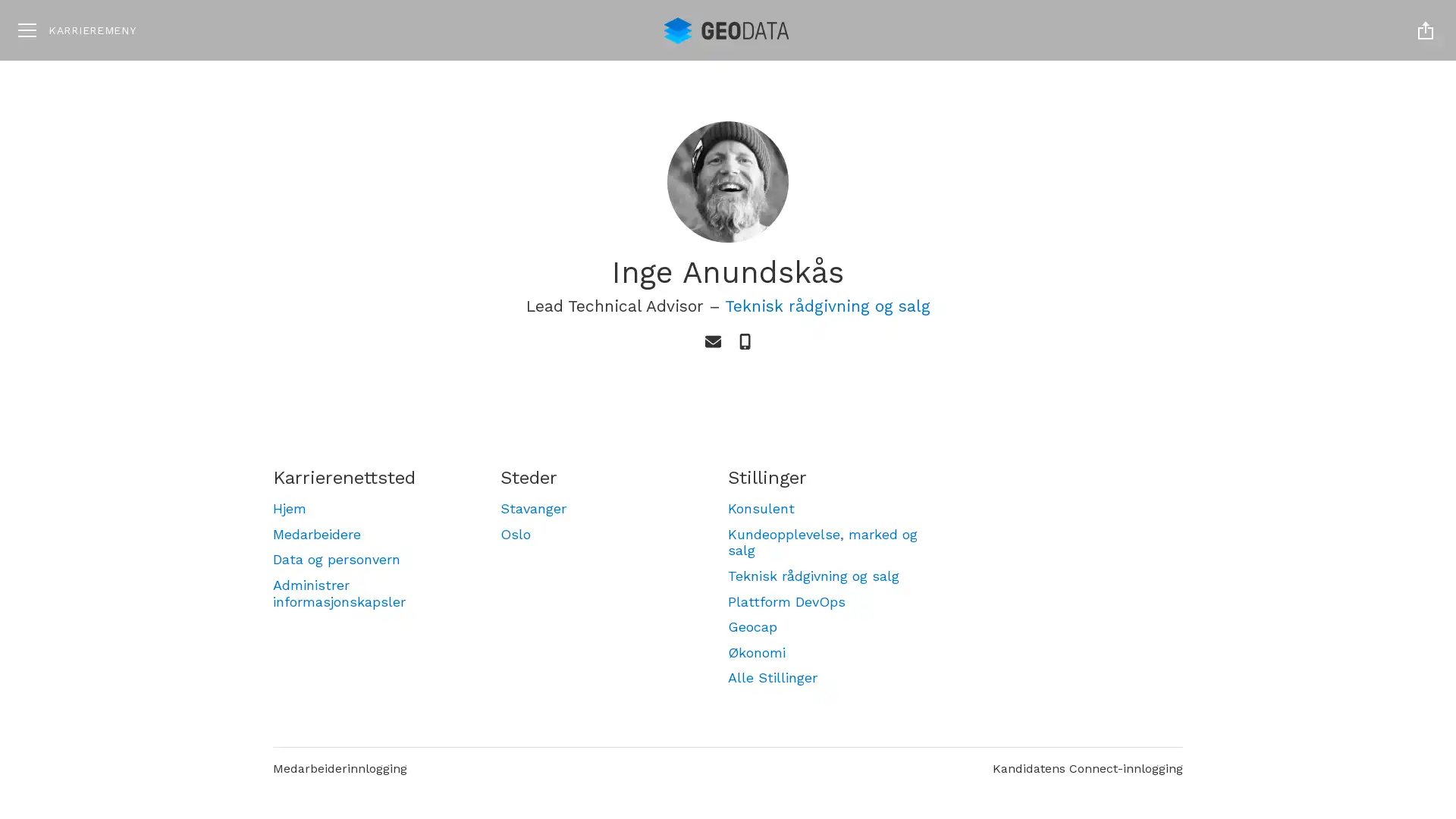  Describe the element at coordinates (1282, 645) in the screenshot. I see `Godta alle` at that location.